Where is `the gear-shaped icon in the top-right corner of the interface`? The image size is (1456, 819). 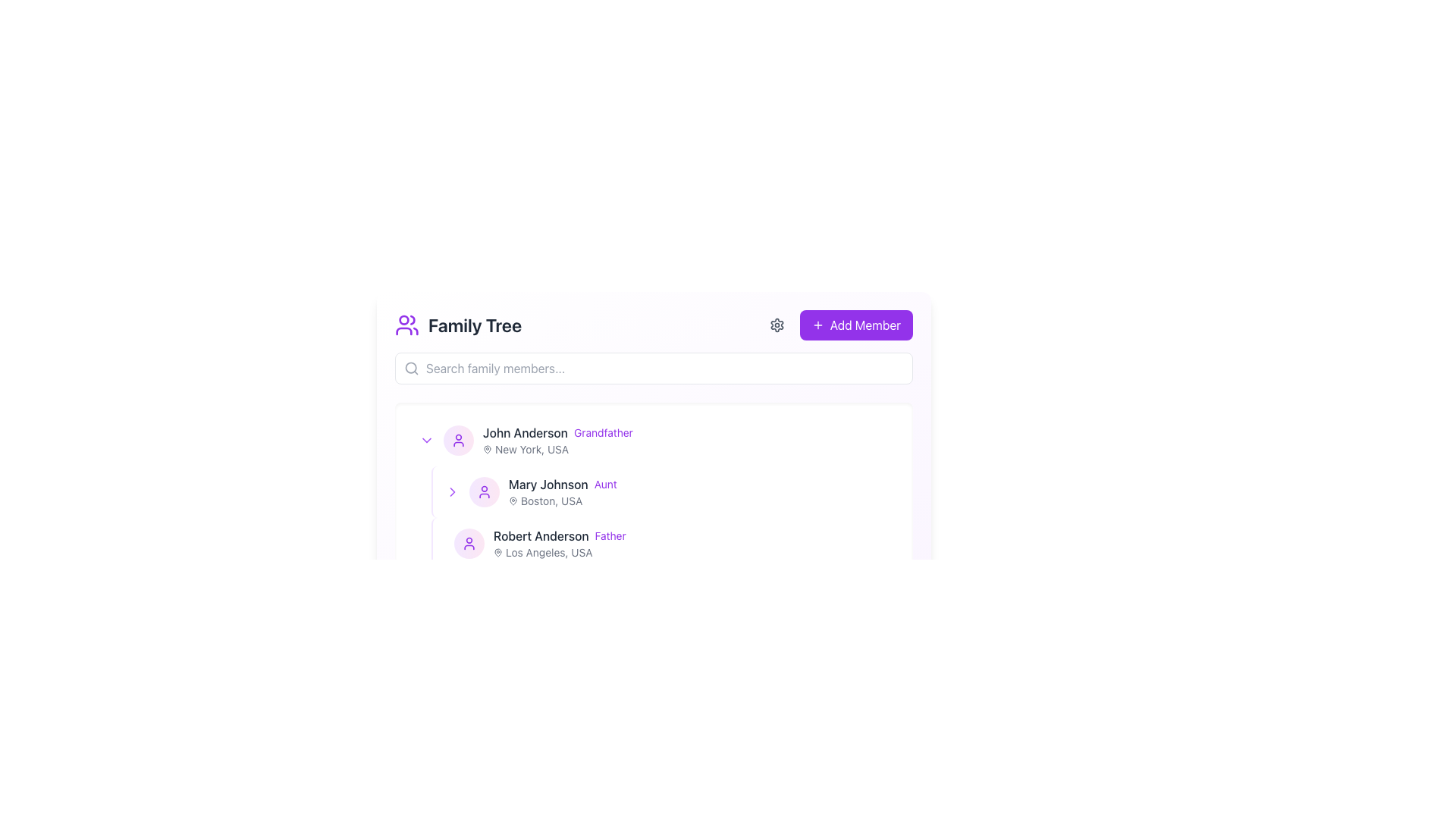
the gear-shaped icon in the top-right corner of the interface is located at coordinates (777, 324).